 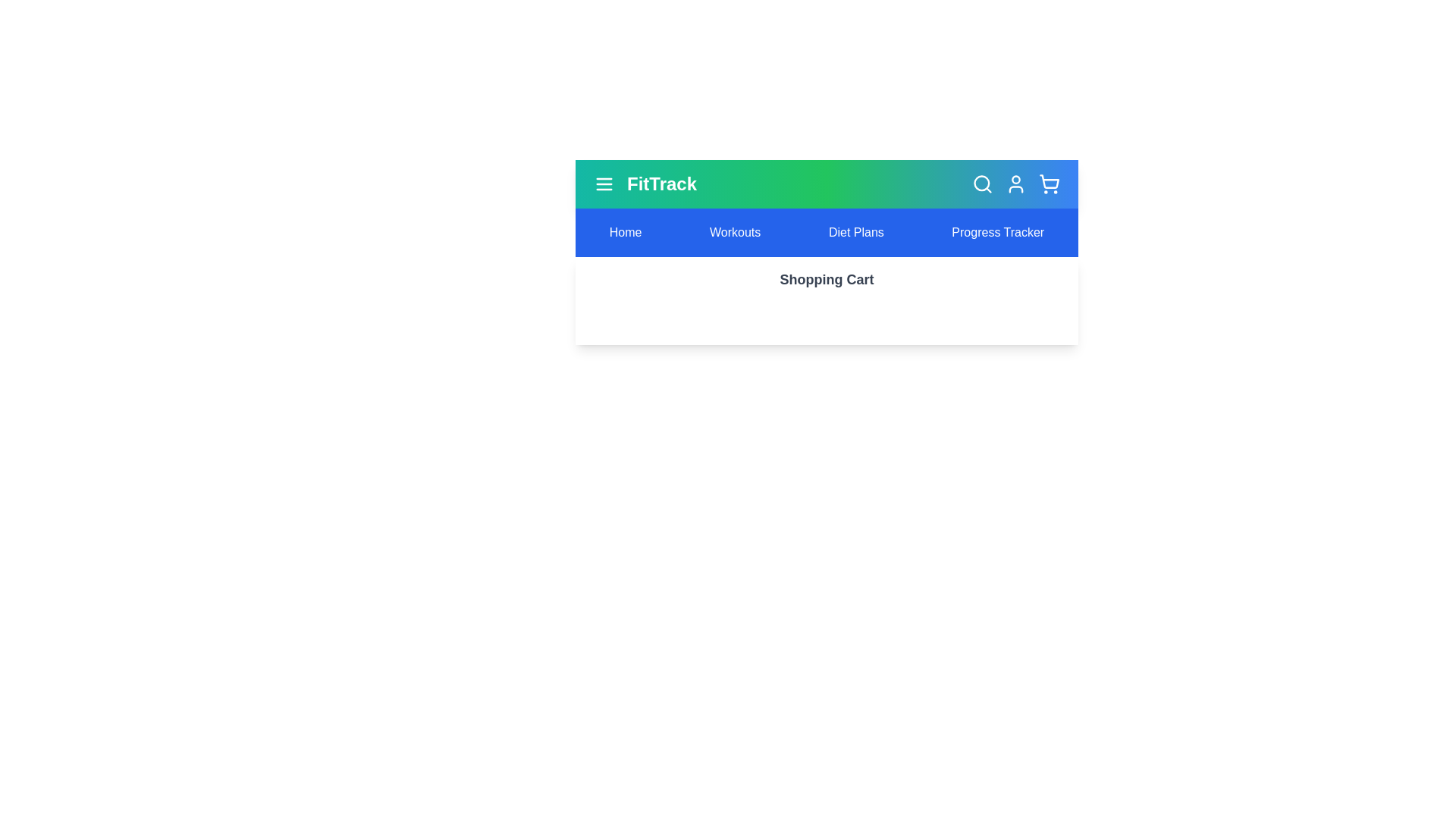 What do you see at coordinates (1048, 184) in the screenshot?
I see `the shopping cart icon to toggle the shopping cart view` at bounding box center [1048, 184].